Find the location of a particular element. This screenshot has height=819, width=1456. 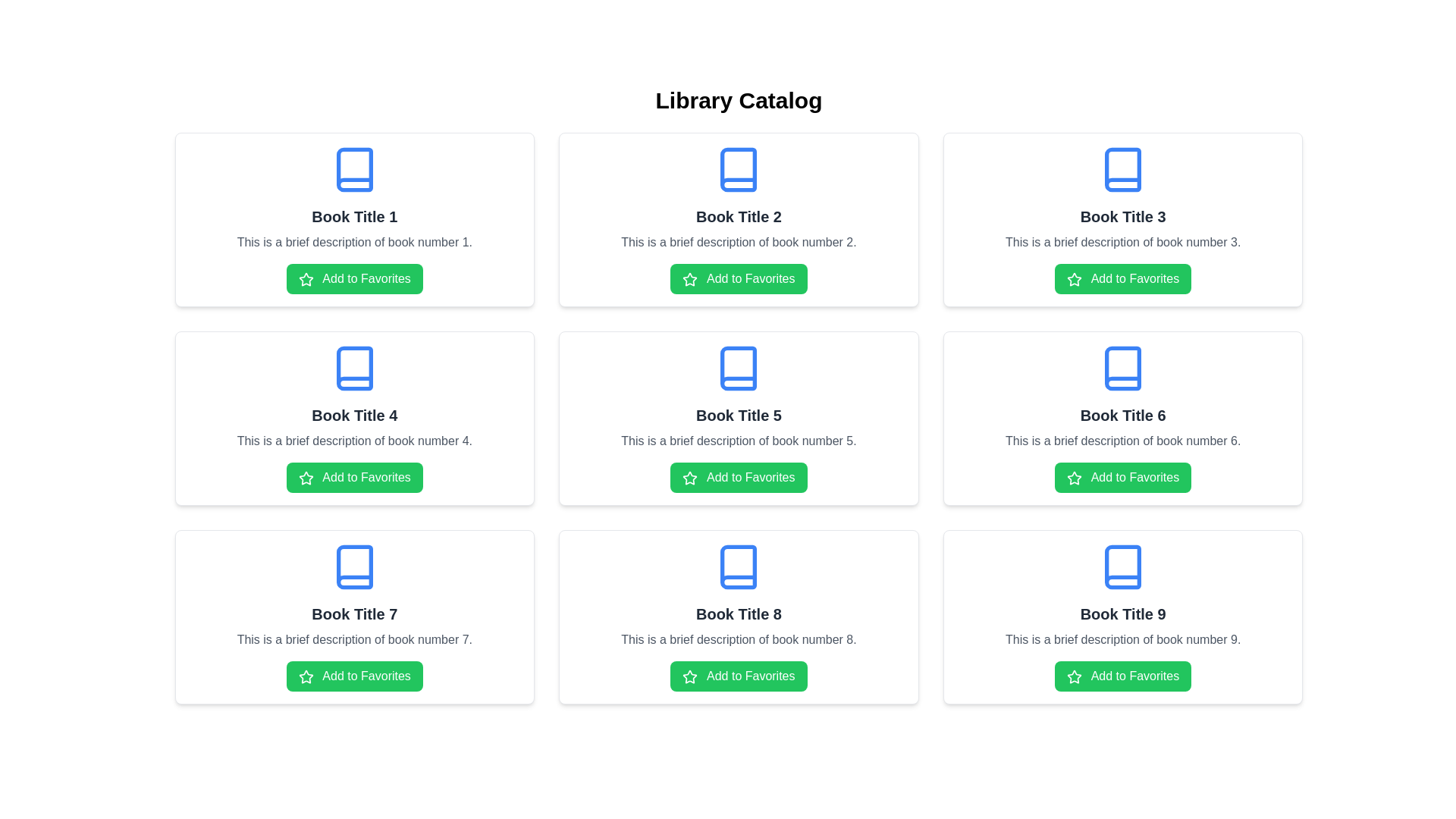

the book icon element located in the card labeled 'Book Title 4' in the second row, middle column of the grid layout is located at coordinates (353, 369).